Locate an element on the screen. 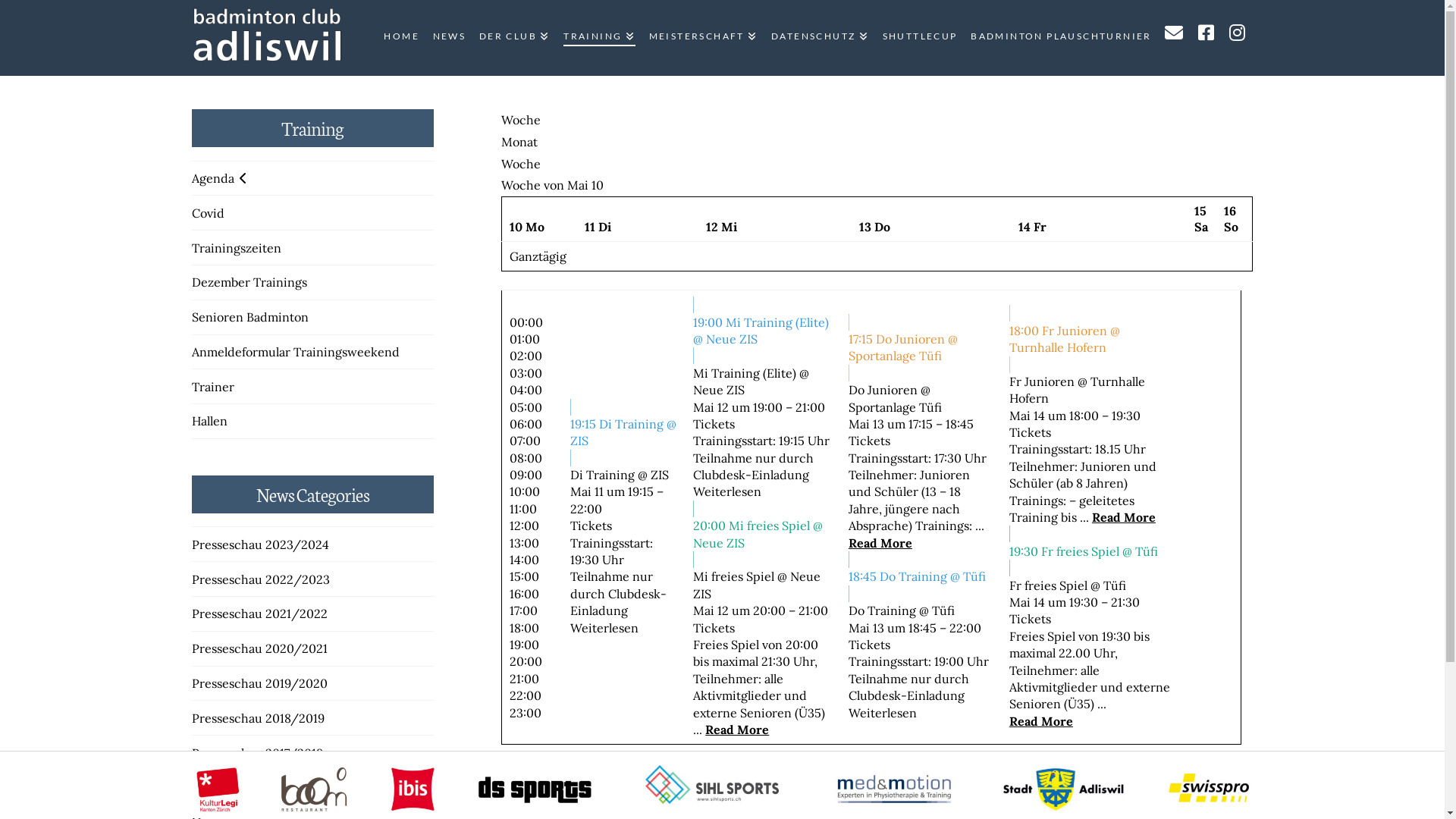 The width and height of the screenshot is (1456, 819). 'MEISTERSCHAFT' is located at coordinates (641, 37).